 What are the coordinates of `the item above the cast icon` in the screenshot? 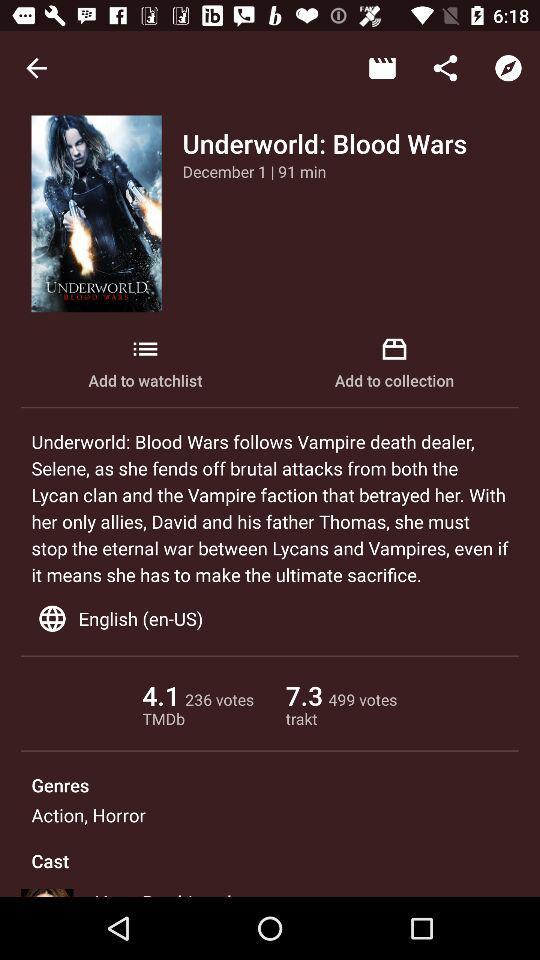 It's located at (87, 815).